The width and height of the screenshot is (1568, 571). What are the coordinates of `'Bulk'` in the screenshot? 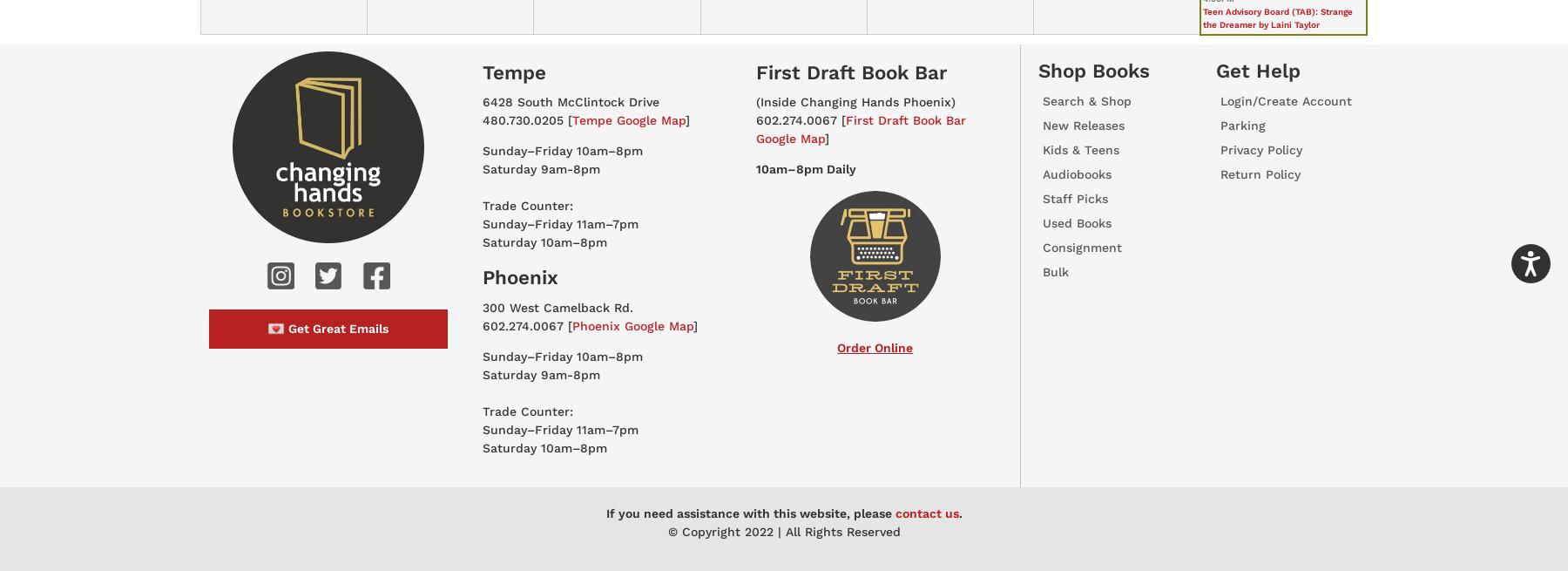 It's located at (1054, 269).